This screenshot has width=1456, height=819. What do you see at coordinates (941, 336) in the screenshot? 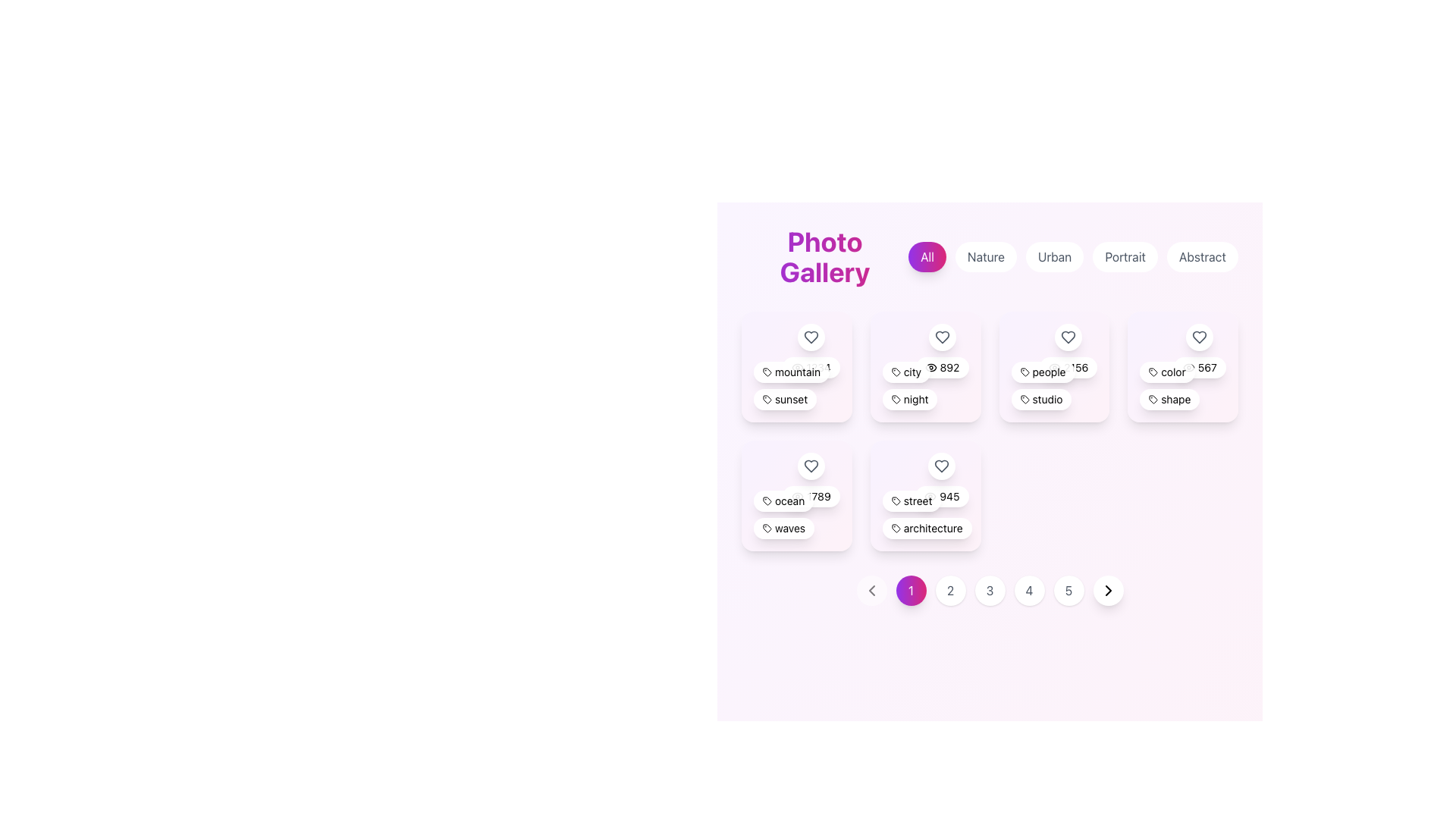
I see `the heart icon located at the top of the second card labeled 'City 892' to like or favorite the item` at bounding box center [941, 336].